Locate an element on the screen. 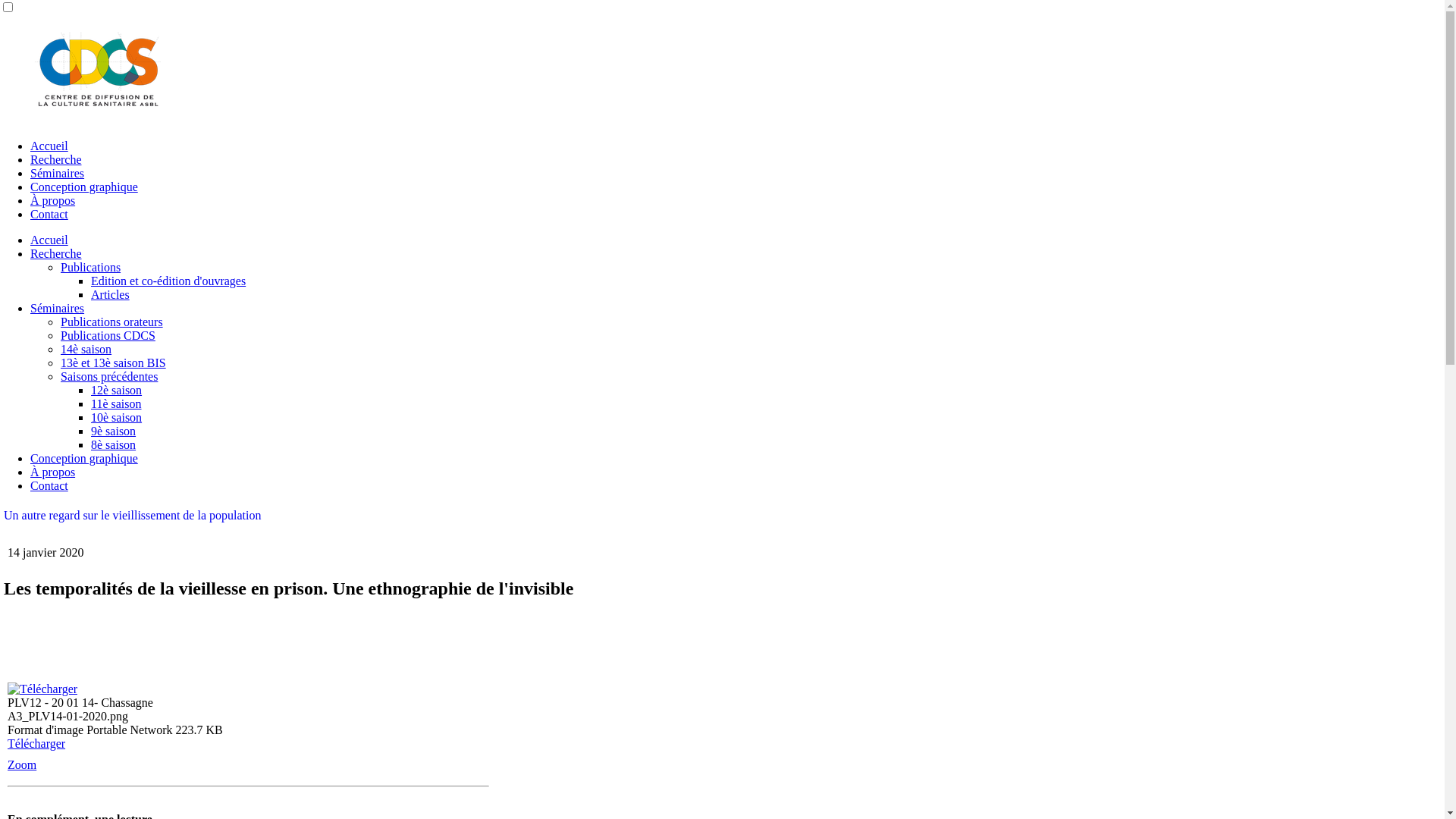  'Articles' is located at coordinates (109, 294).